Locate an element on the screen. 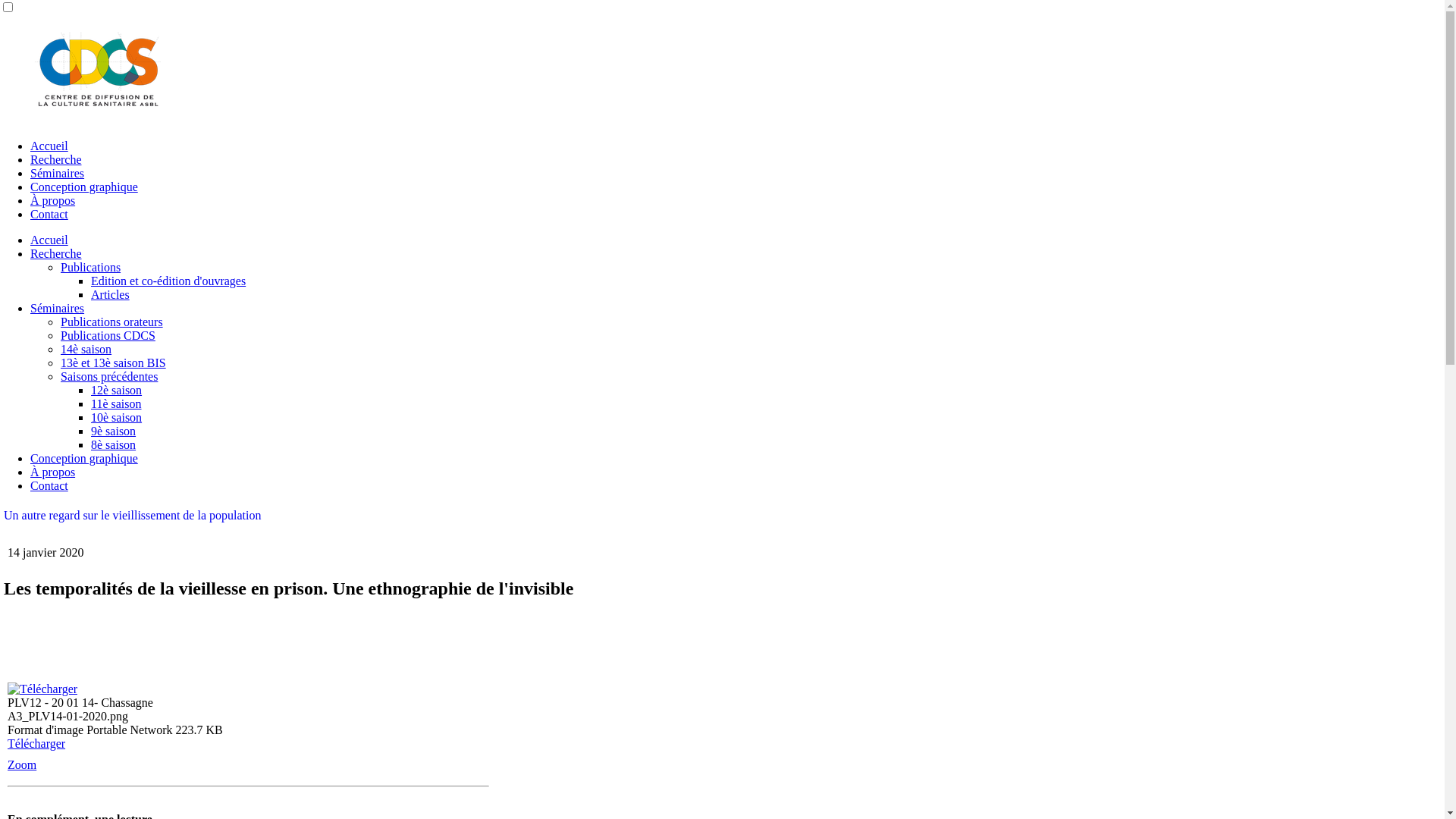  'Articles' is located at coordinates (109, 294).